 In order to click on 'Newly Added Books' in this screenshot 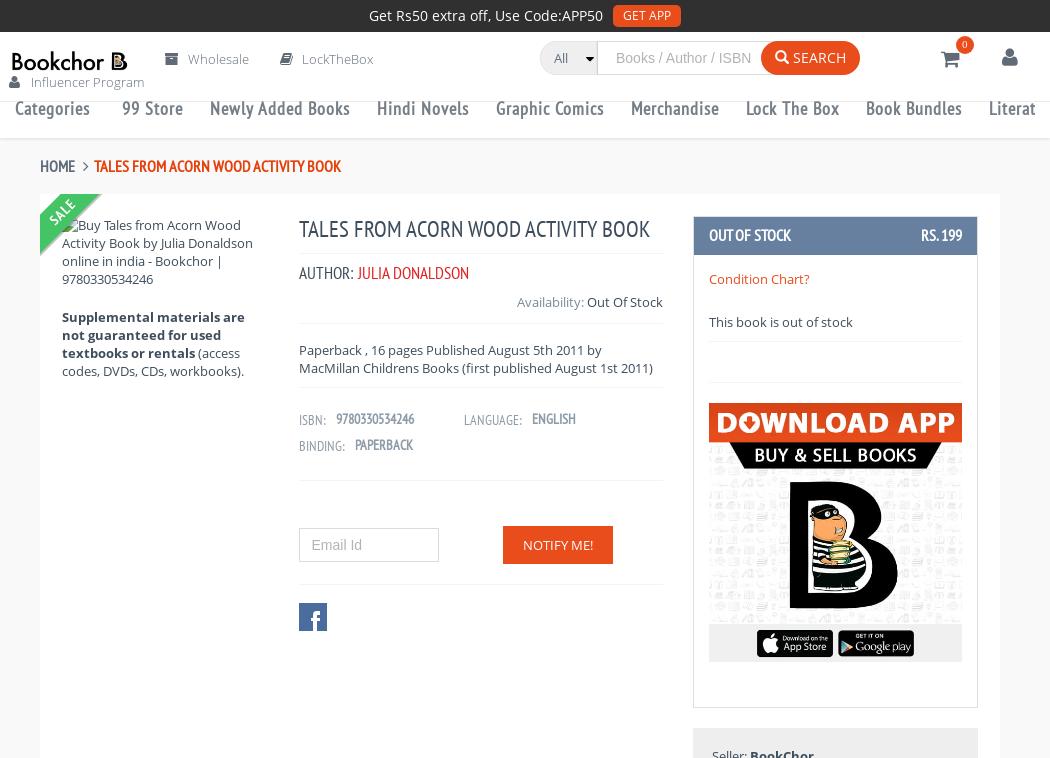, I will do `click(279, 106)`.